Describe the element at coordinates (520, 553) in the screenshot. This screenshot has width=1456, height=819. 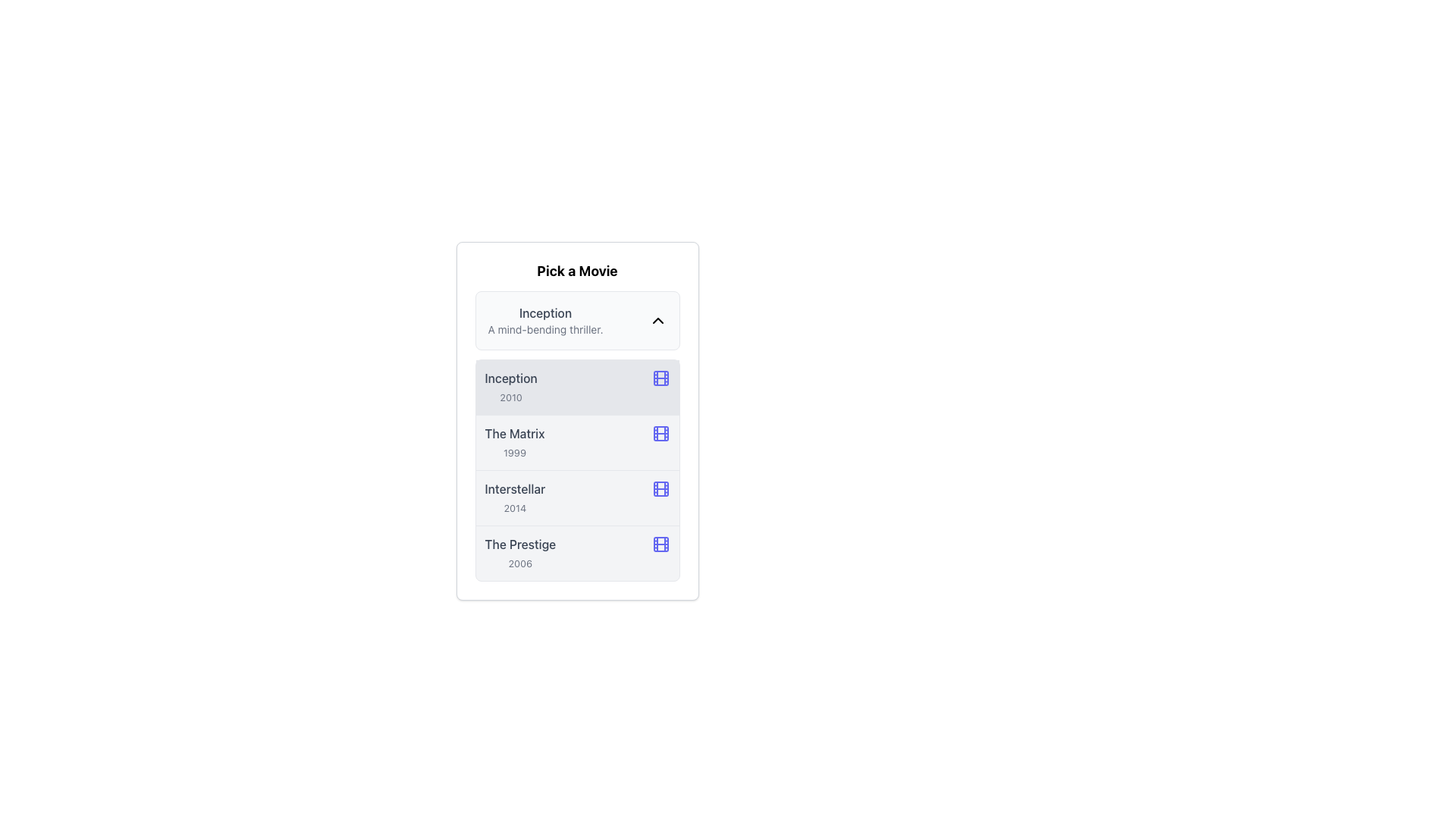
I see `the text label element displaying 'The Prestige' and '2006', which is the fourth item in a vertical list of movie titles` at that location.